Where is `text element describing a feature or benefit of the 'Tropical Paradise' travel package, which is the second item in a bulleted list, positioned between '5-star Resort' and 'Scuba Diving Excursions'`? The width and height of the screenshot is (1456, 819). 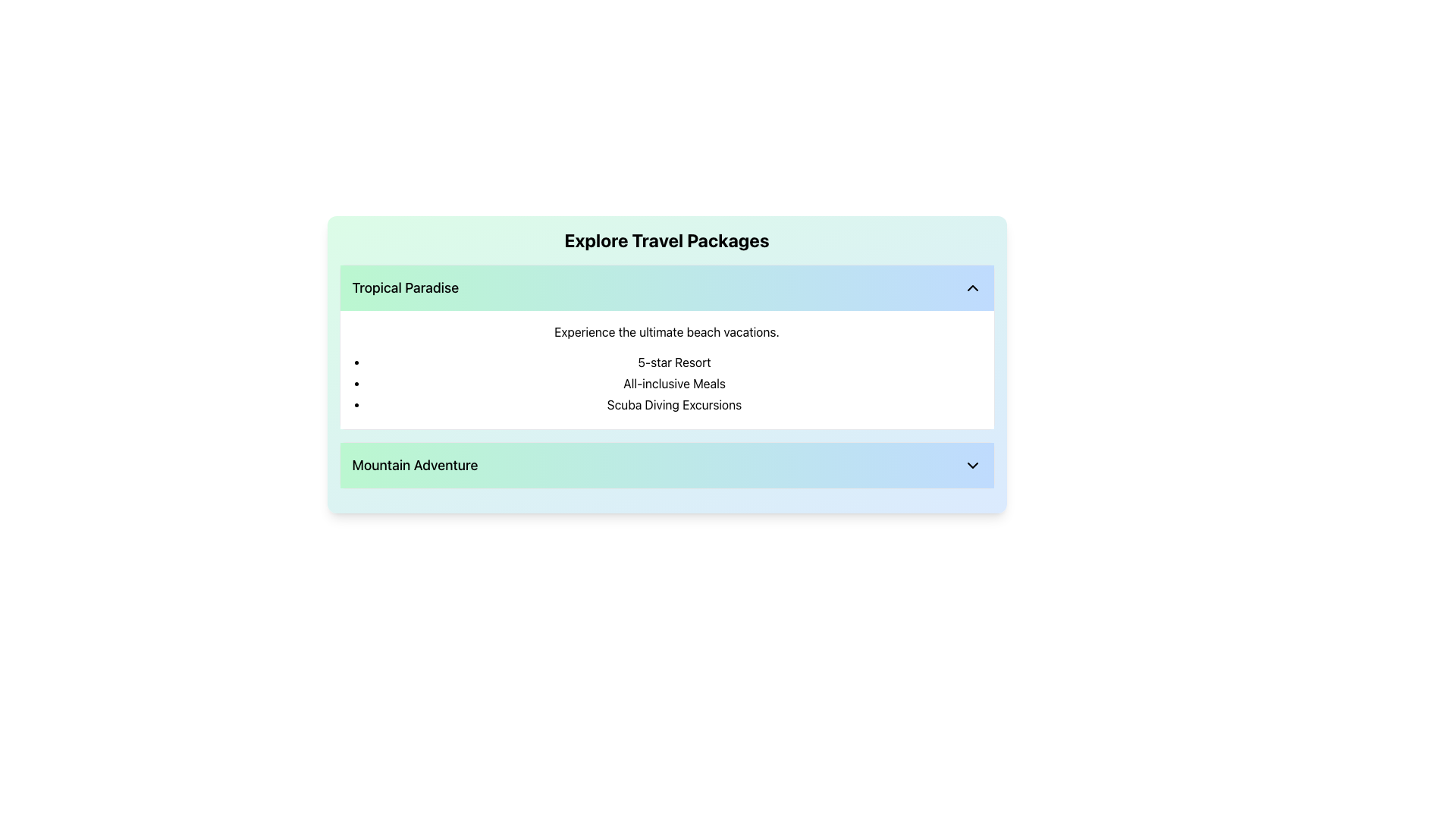
text element describing a feature or benefit of the 'Tropical Paradise' travel package, which is the second item in a bulleted list, positioned between '5-star Resort' and 'Scuba Diving Excursions' is located at coordinates (673, 382).